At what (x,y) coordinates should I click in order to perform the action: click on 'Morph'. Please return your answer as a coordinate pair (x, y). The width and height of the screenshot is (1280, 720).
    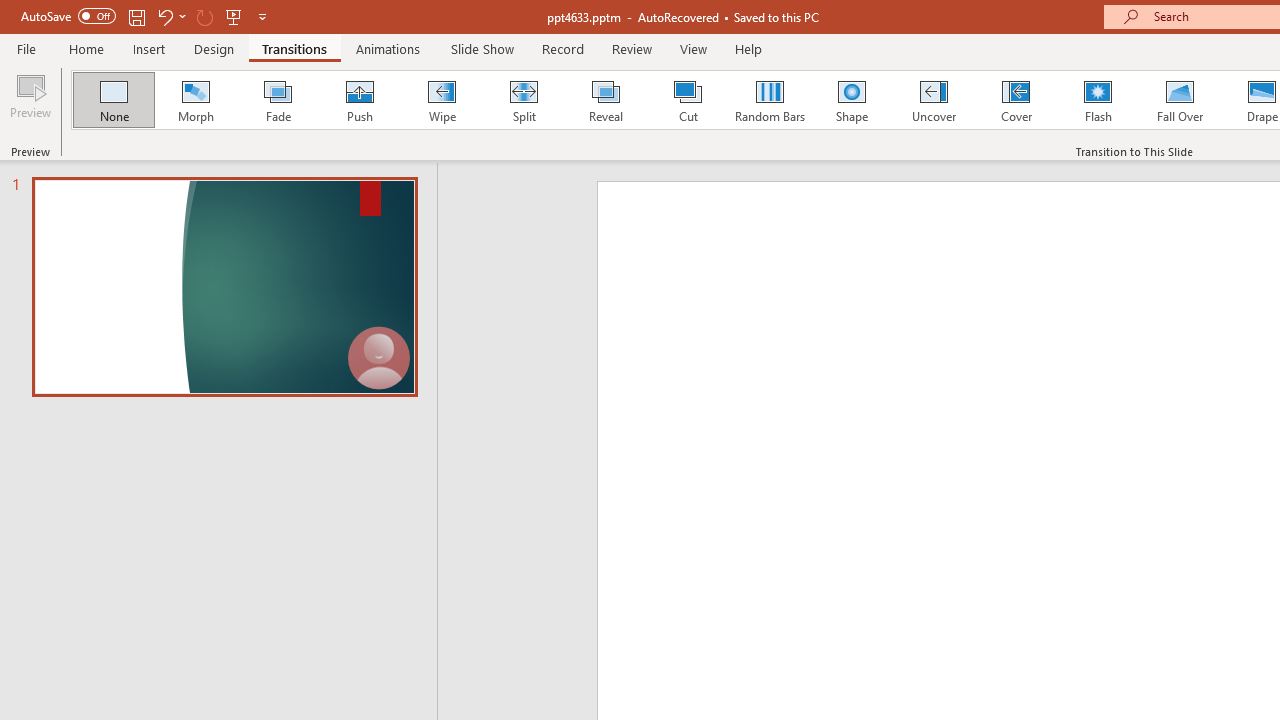
    Looking at the image, I should click on (195, 100).